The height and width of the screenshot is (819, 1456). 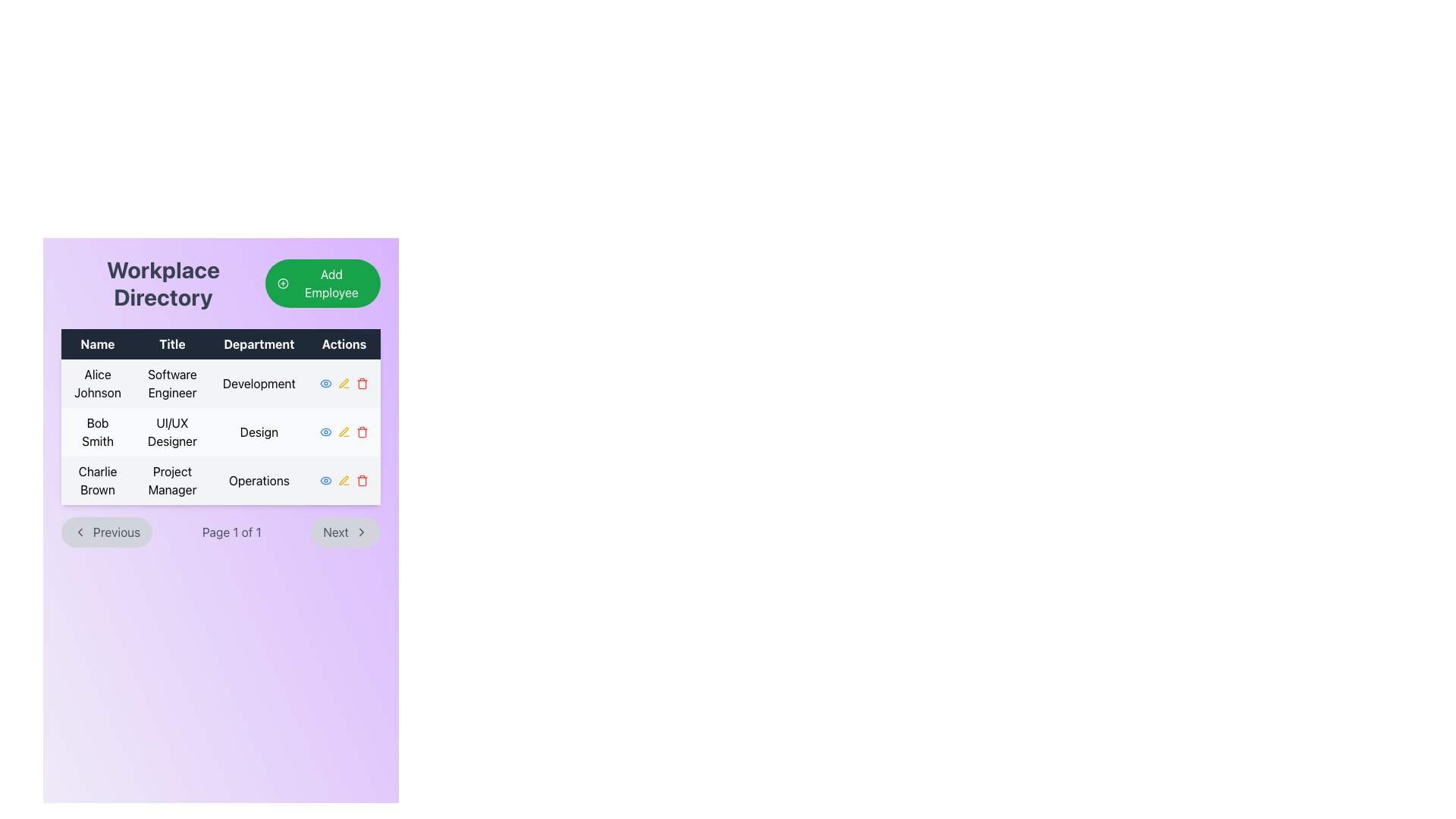 What do you see at coordinates (172, 480) in the screenshot?
I see `the Text Label containing the text 'Project Manager' located in the third row under the 'Title' column of a table, aligning with 'Charlie Brown' and 'Operations'` at bounding box center [172, 480].